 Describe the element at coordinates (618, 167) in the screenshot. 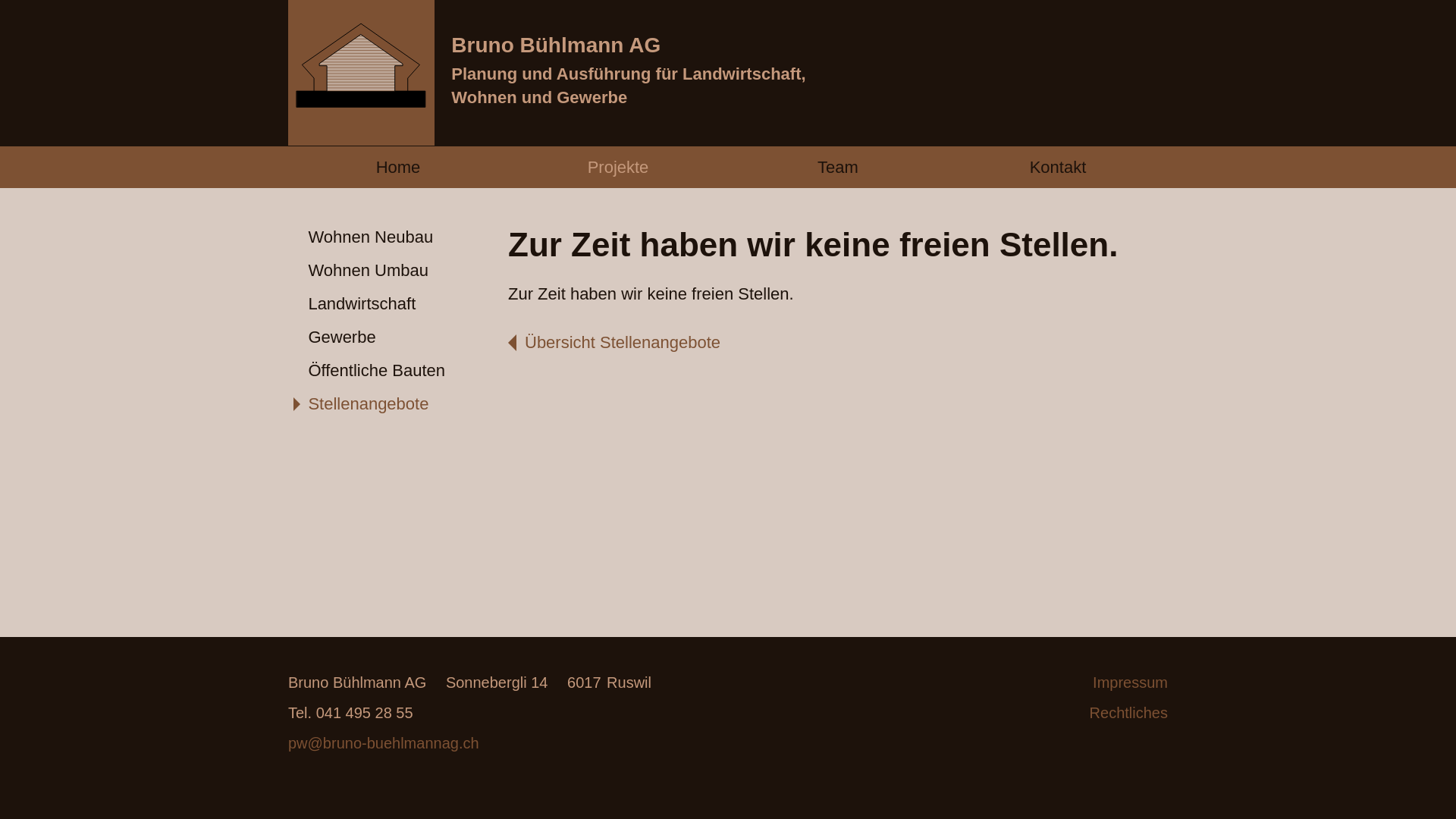

I see `'Projekte'` at that location.